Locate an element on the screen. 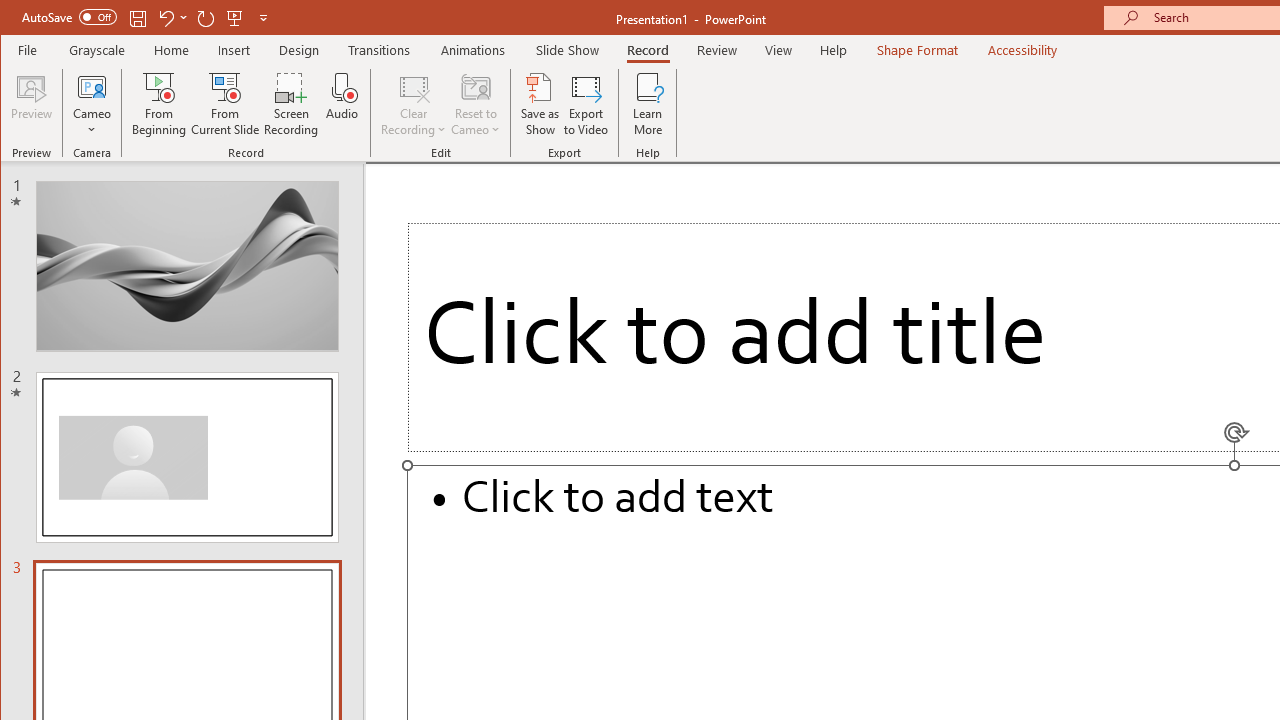 The width and height of the screenshot is (1280, 720). 'Clear Recording' is located at coordinates (413, 104).